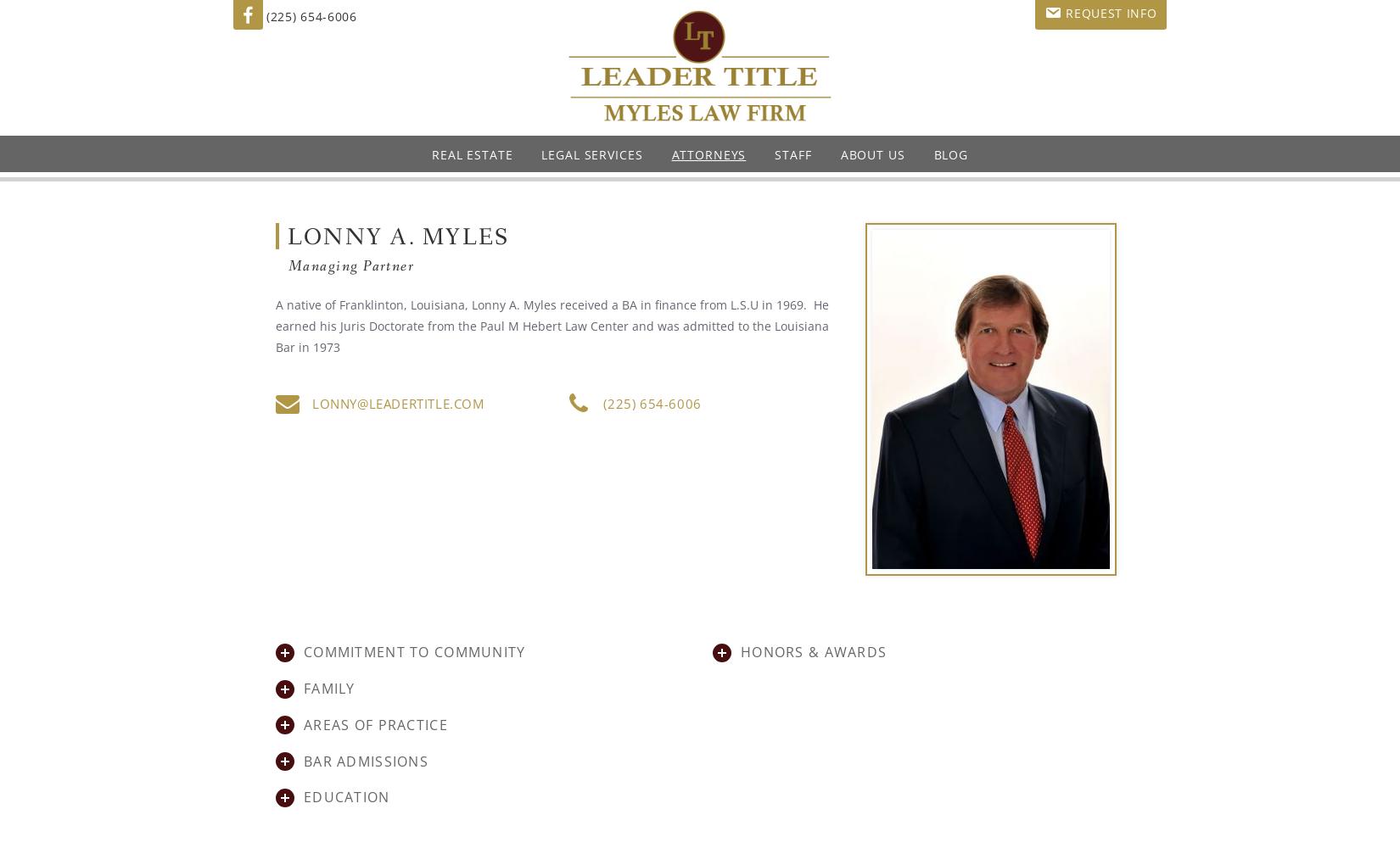  Describe the element at coordinates (396, 403) in the screenshot. I see `'lonny@leadertitle.com'` at that location.